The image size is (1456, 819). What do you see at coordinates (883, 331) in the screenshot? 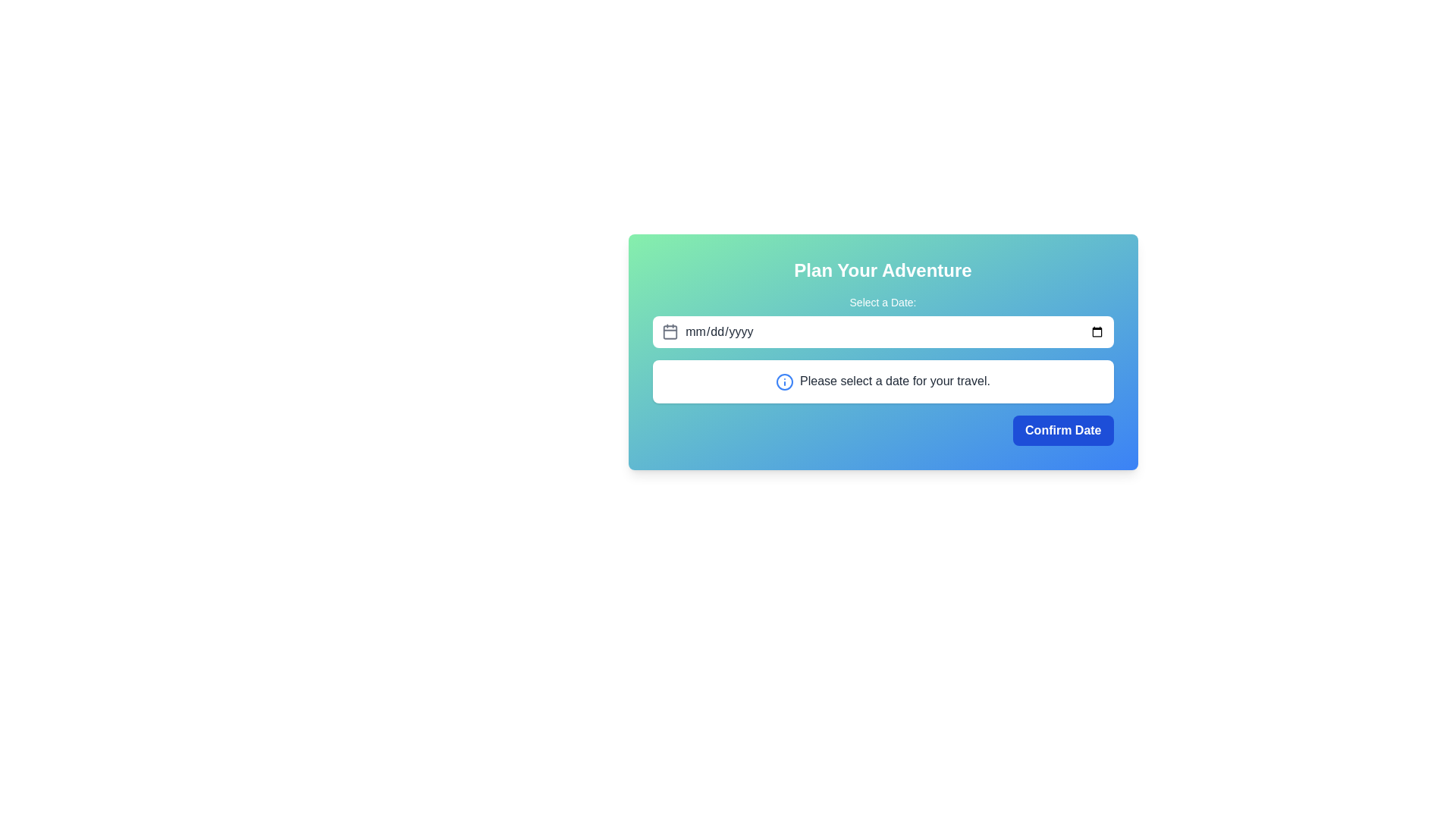
I see `the date input field located within the 'Plan Your Adventure' form` at bounding box center [883, 331].